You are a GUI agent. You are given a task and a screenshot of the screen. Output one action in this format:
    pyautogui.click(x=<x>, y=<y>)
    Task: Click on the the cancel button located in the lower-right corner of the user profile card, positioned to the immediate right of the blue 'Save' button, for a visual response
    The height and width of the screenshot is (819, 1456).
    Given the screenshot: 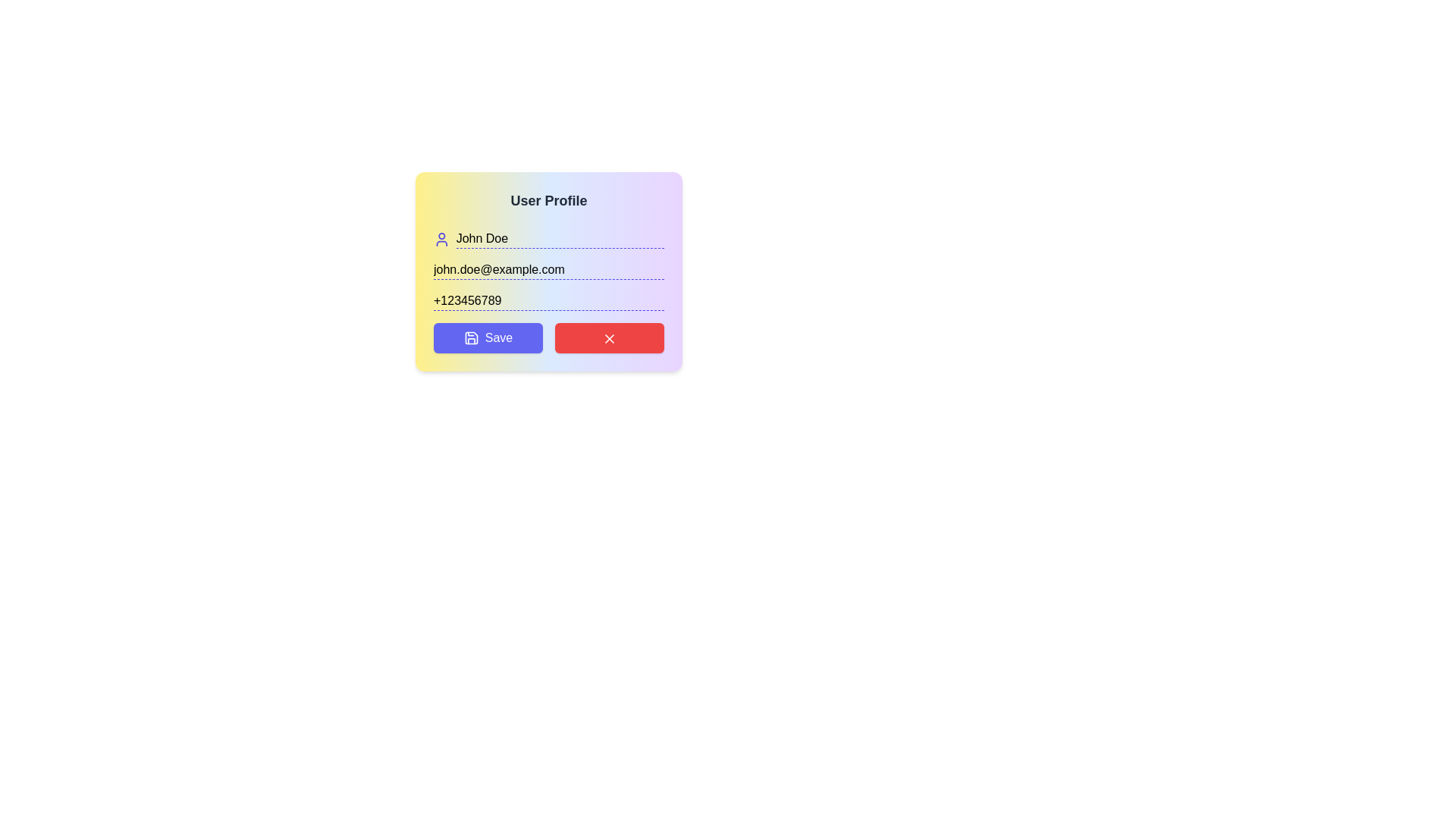 What is the action you would take?
    pyautogui.click(x=610, y=337)
    